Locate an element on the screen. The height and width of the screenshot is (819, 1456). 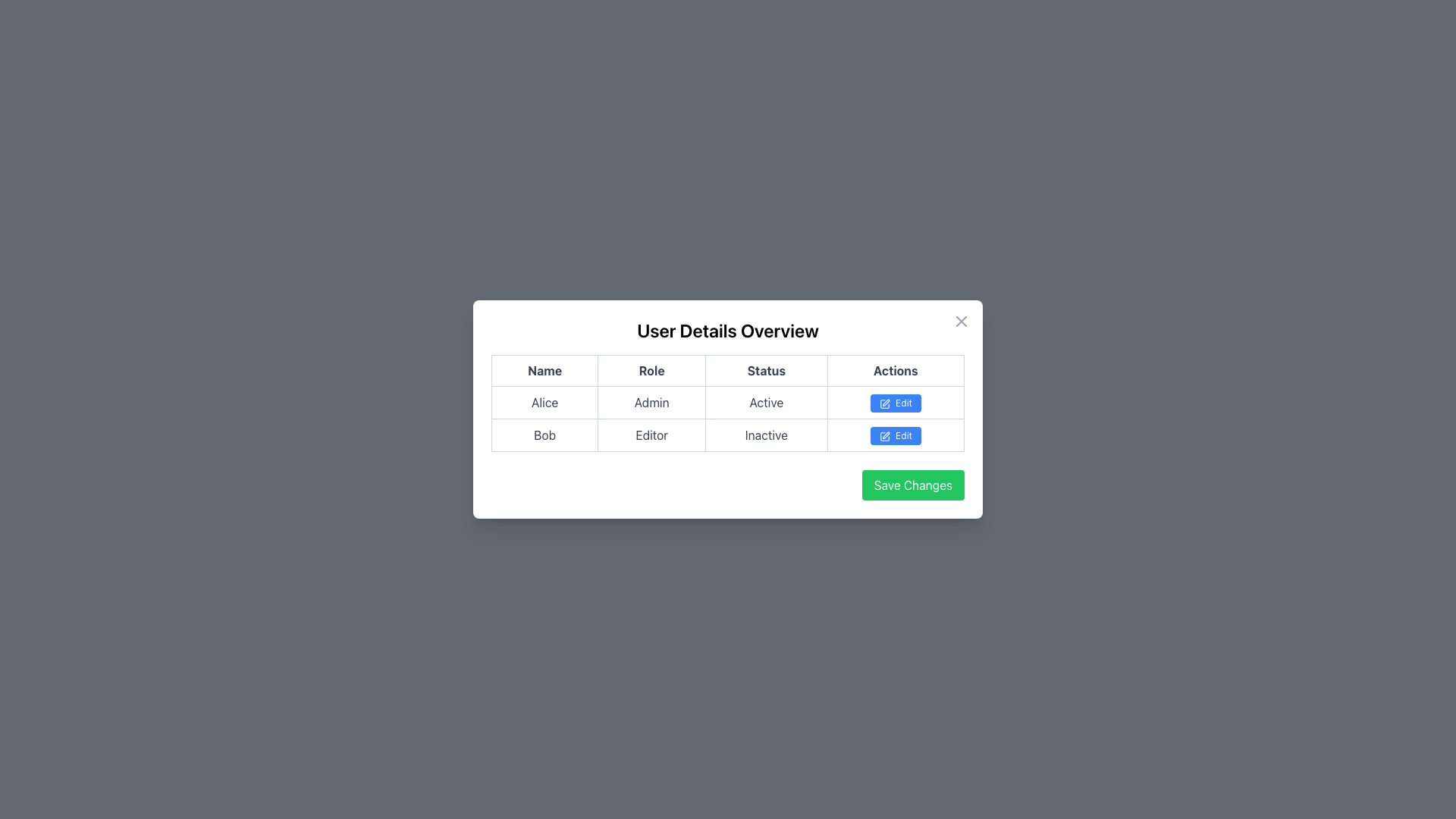
the close button located in the top-right corner of the user details overview form to observe the styling change is located at coordinates (960, 321).